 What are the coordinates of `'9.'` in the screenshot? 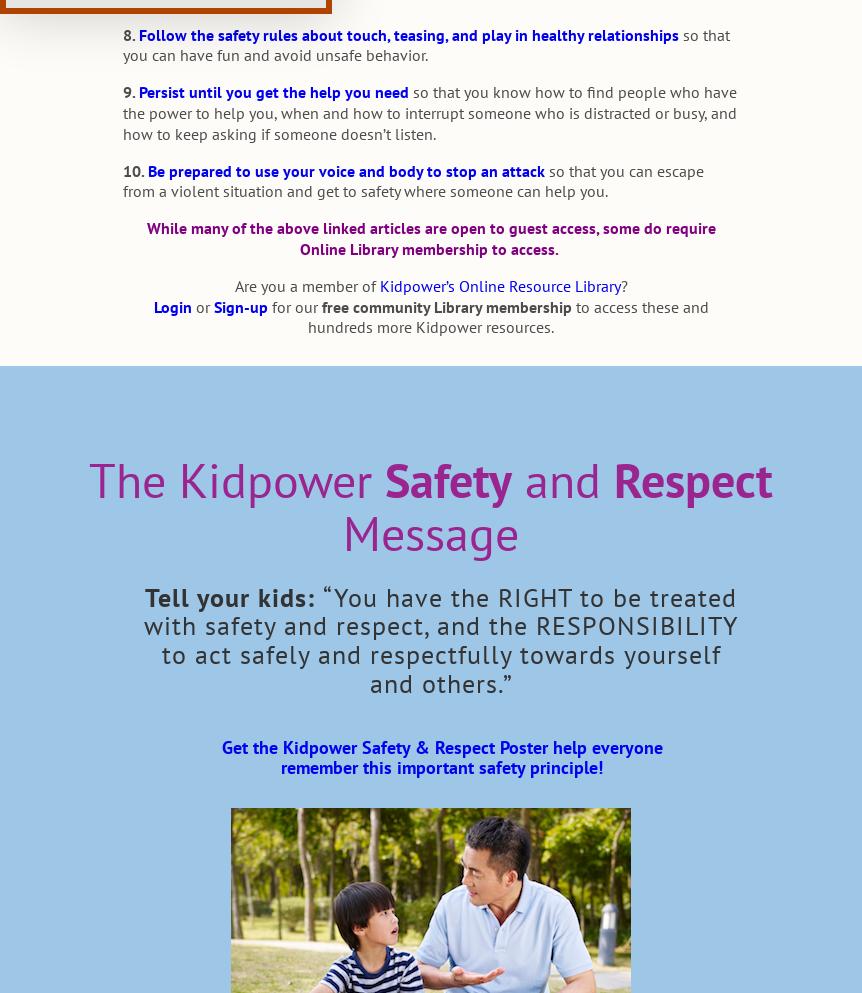 It's located at (127, 90).